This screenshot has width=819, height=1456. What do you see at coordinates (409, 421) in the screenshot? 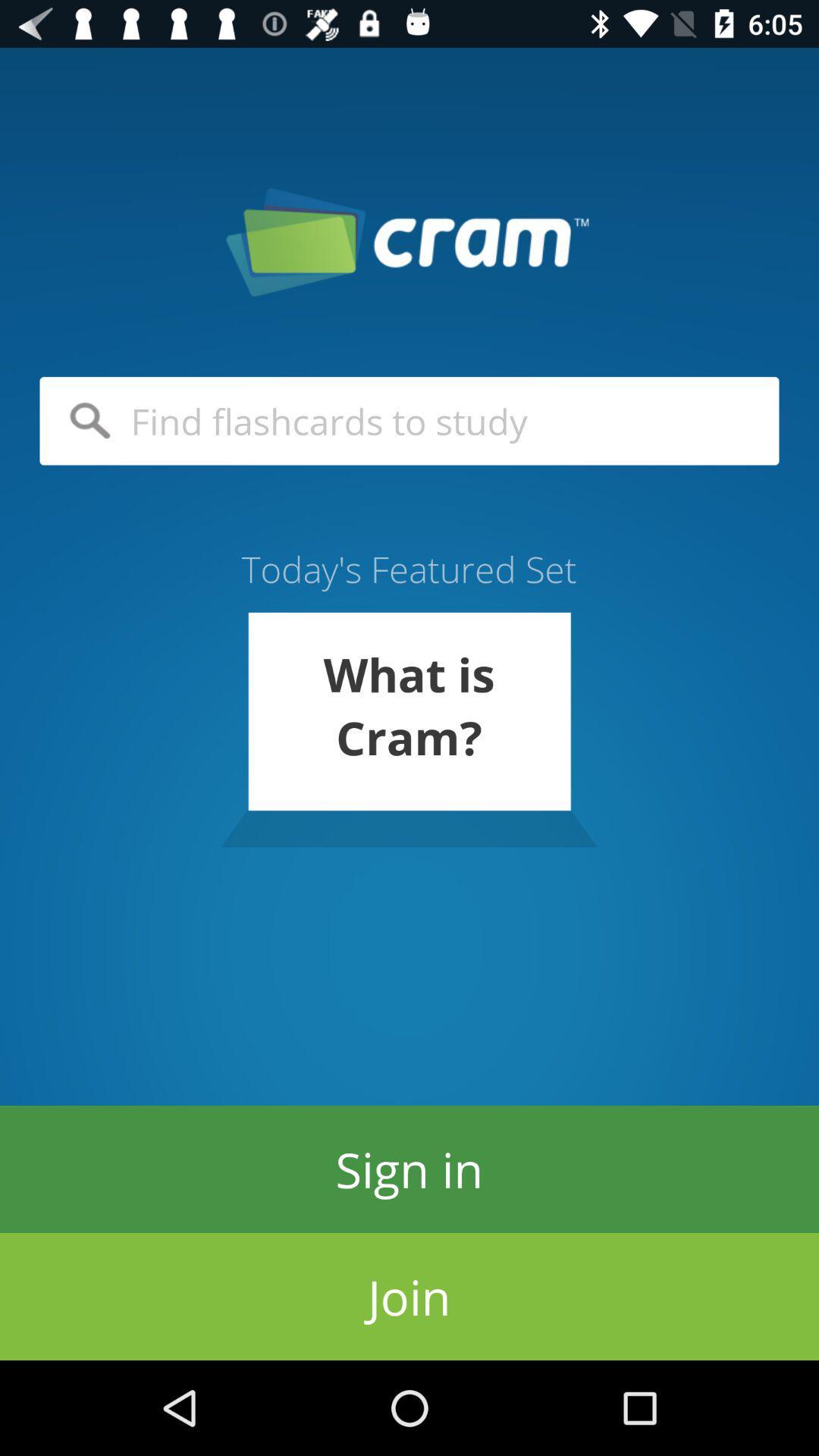
I see `the find flashcards to` at bounding box center [409, 421].